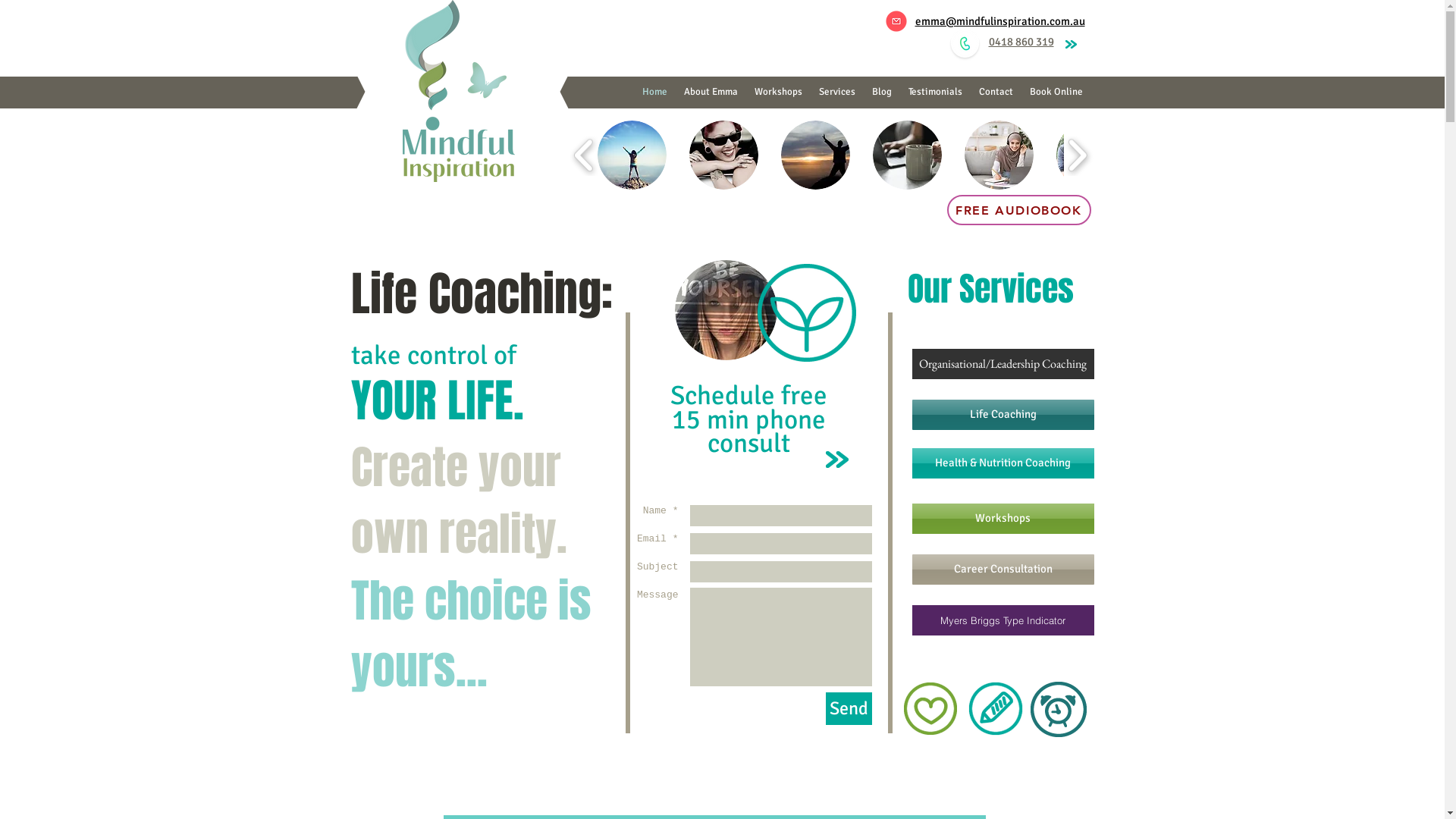 The height and width of the screenshot is (819, 1456). What do you see at coordinates (1002, 415) in the screenshot?
I see `'Life Coaching'` at bounding box center [1002, 415].